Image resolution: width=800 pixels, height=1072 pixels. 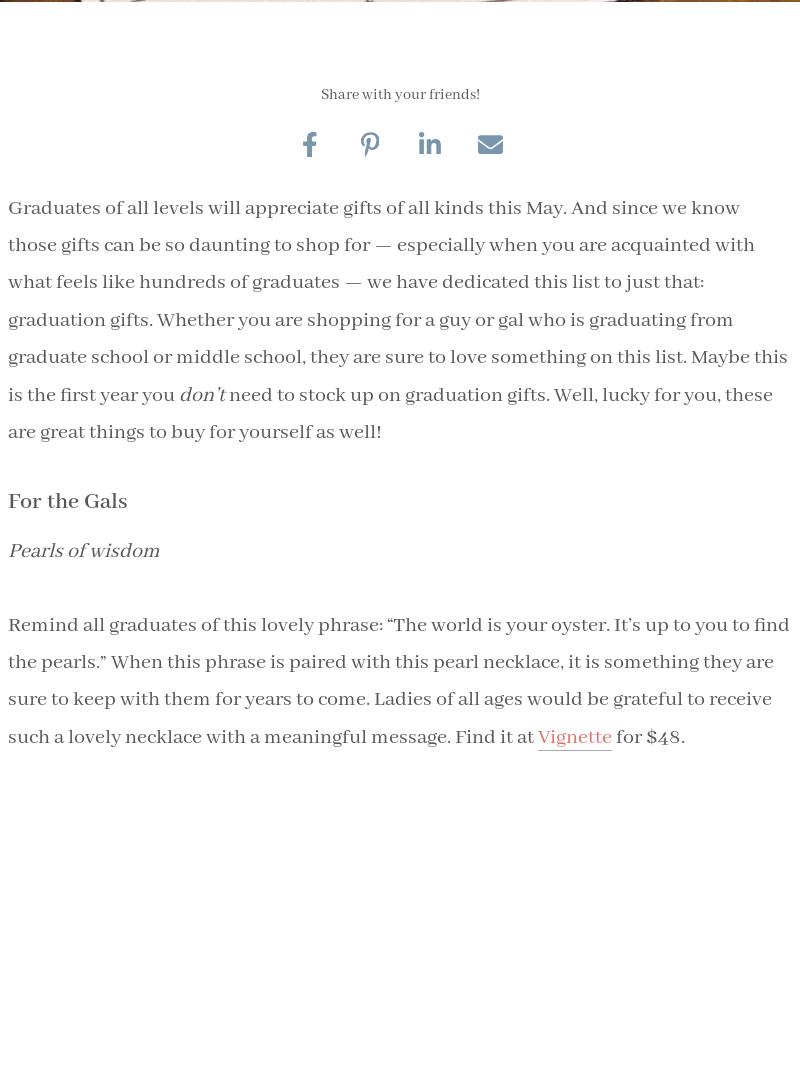 I want to click on 'Real Estate Submission', so click(x=364, y=641).